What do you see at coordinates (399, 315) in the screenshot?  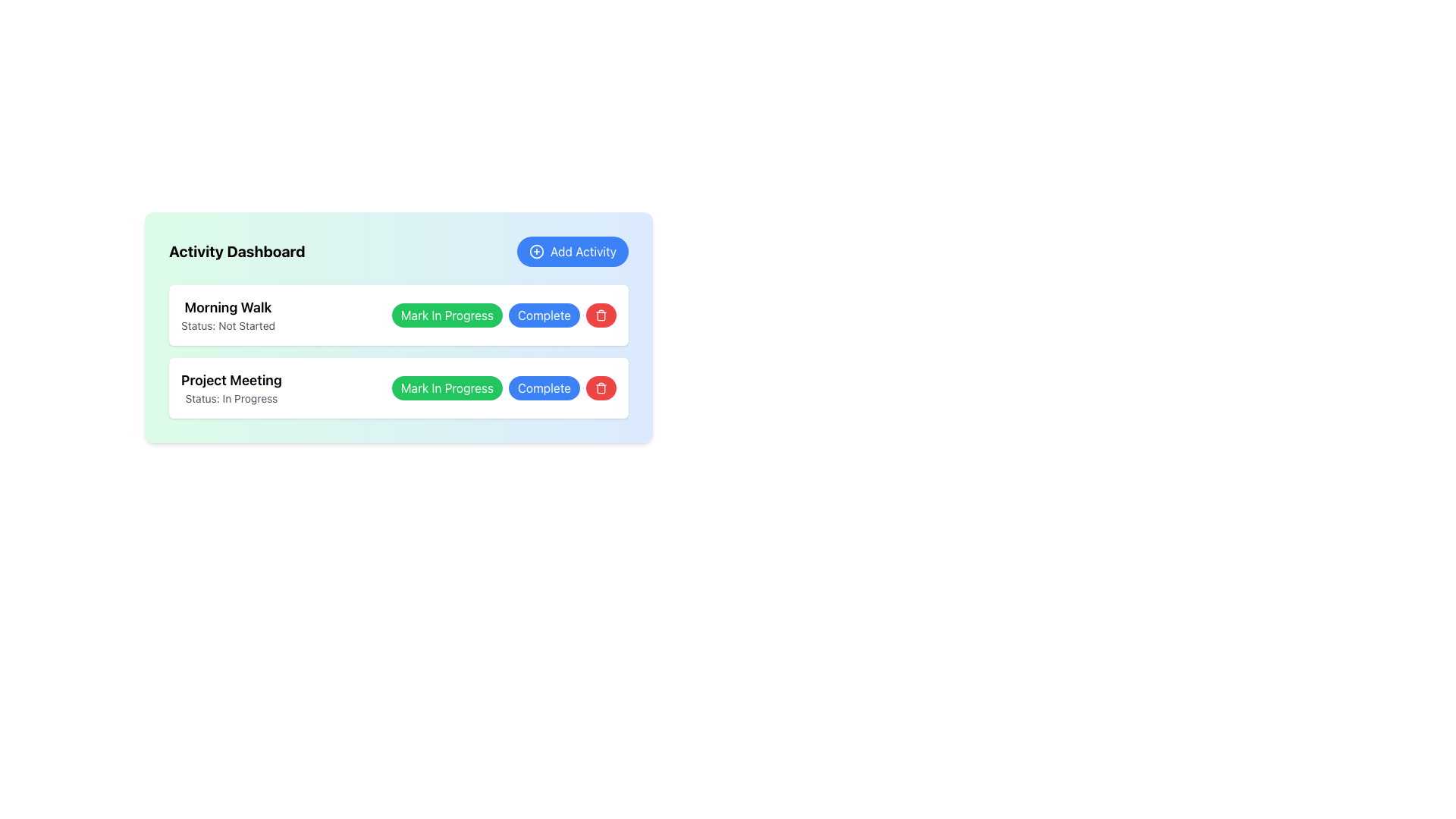 I see `the buttons on the first task card in the vertical list` at bounding box center [399, 315].